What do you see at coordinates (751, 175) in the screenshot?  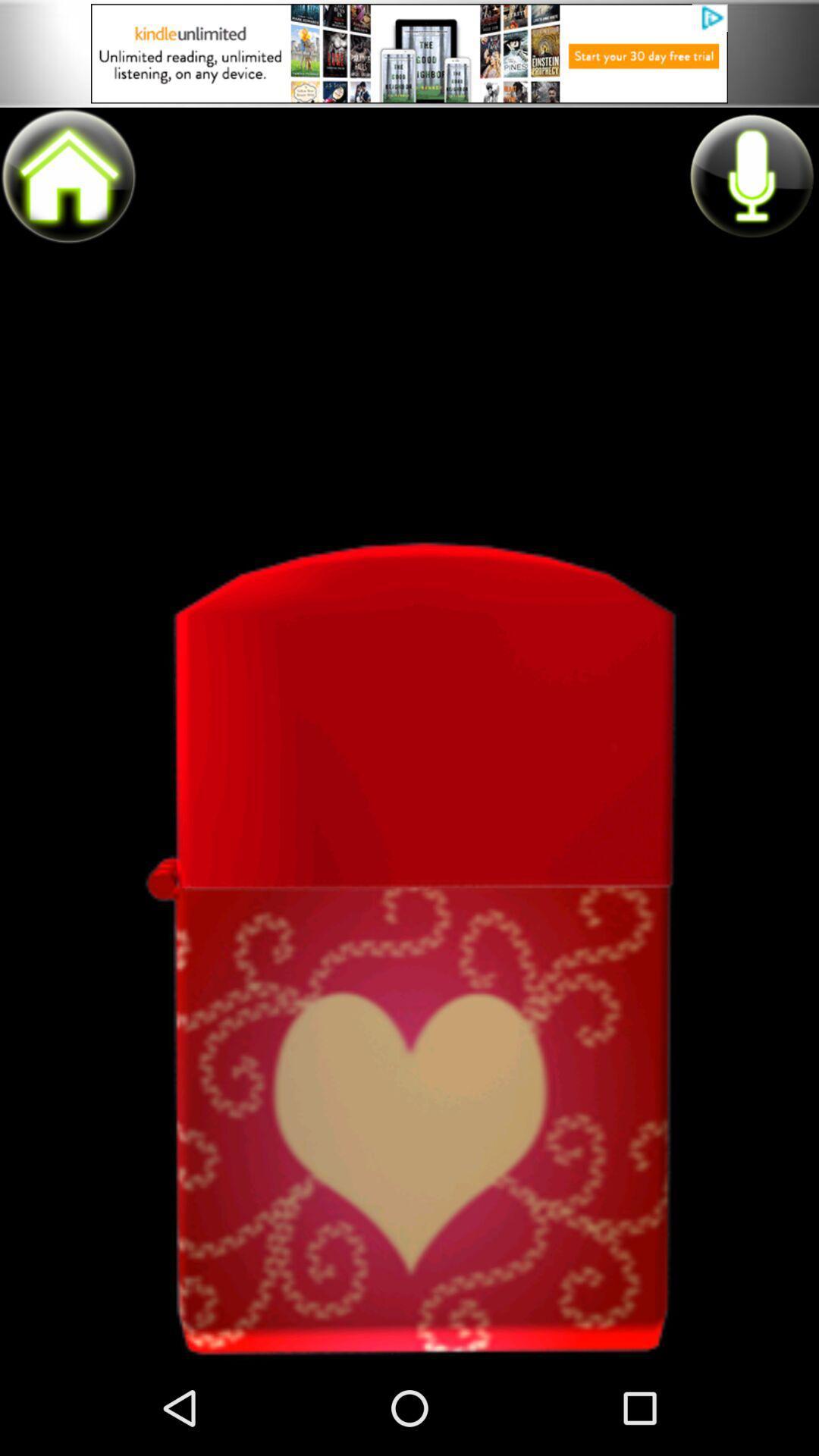 I see `record button` at bounding box center [751, 175].